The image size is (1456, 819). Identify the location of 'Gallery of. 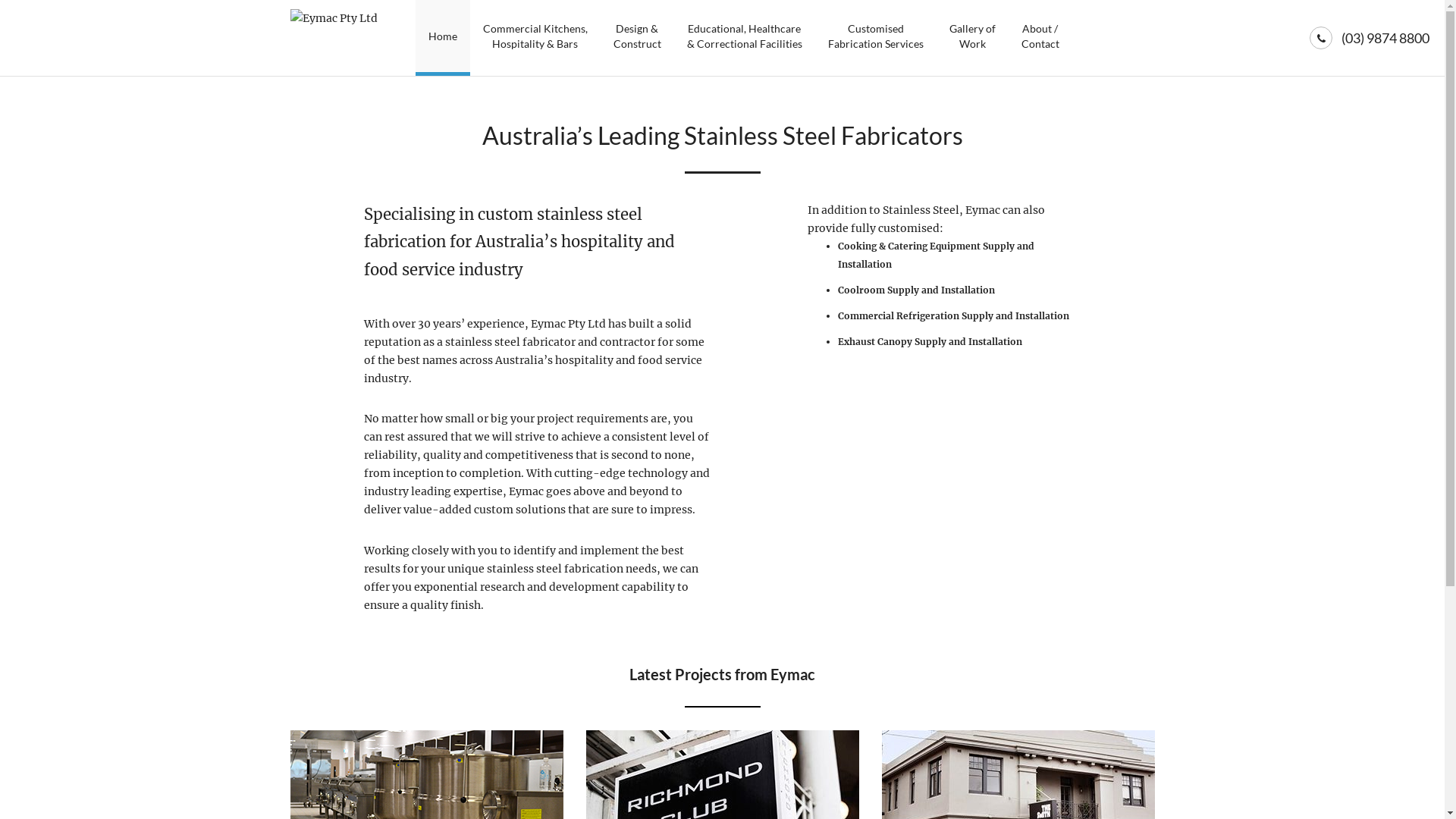
(971, 37).